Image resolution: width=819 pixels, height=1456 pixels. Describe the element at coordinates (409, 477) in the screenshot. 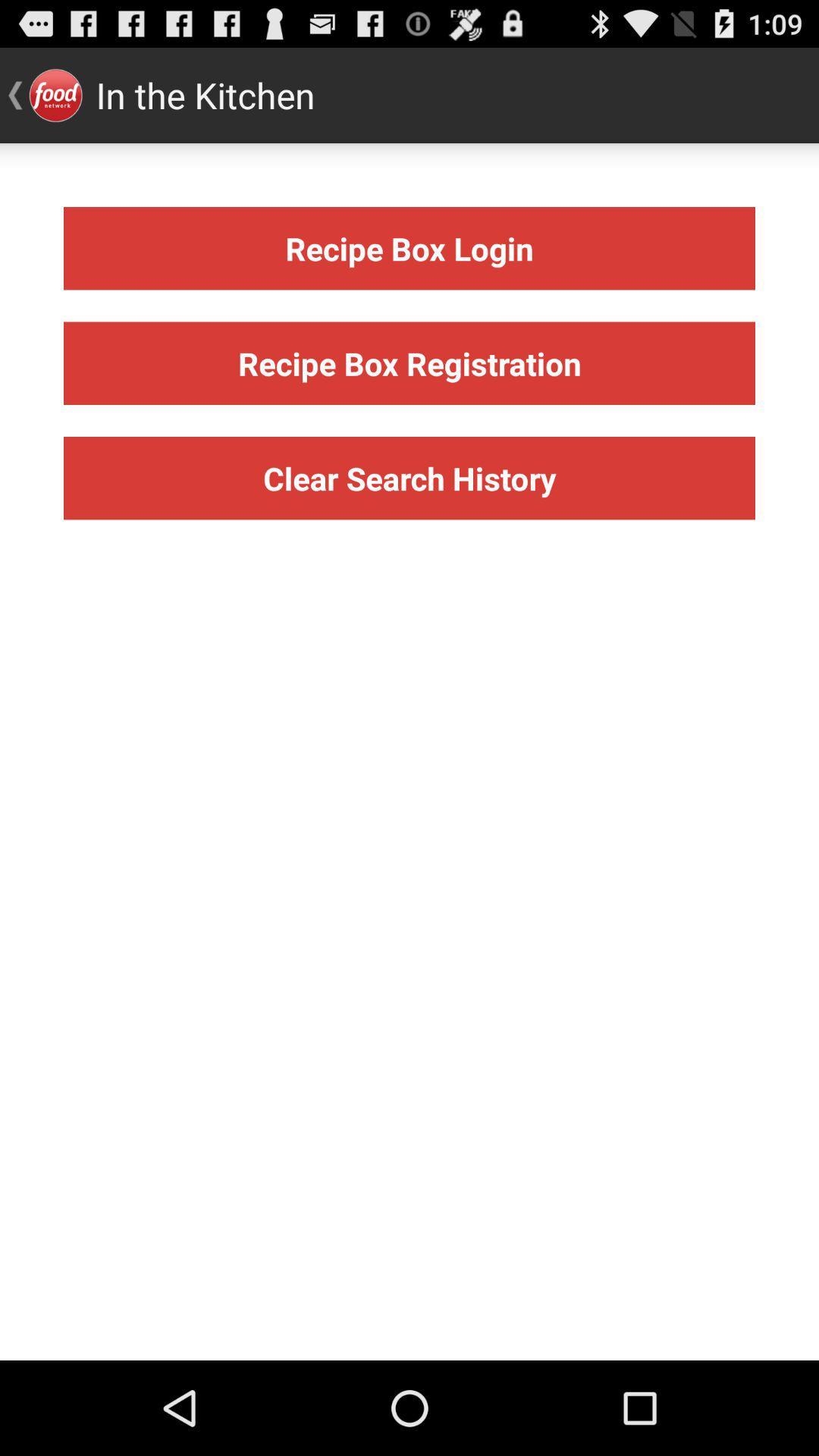

I see `clear search history icon` at that location.